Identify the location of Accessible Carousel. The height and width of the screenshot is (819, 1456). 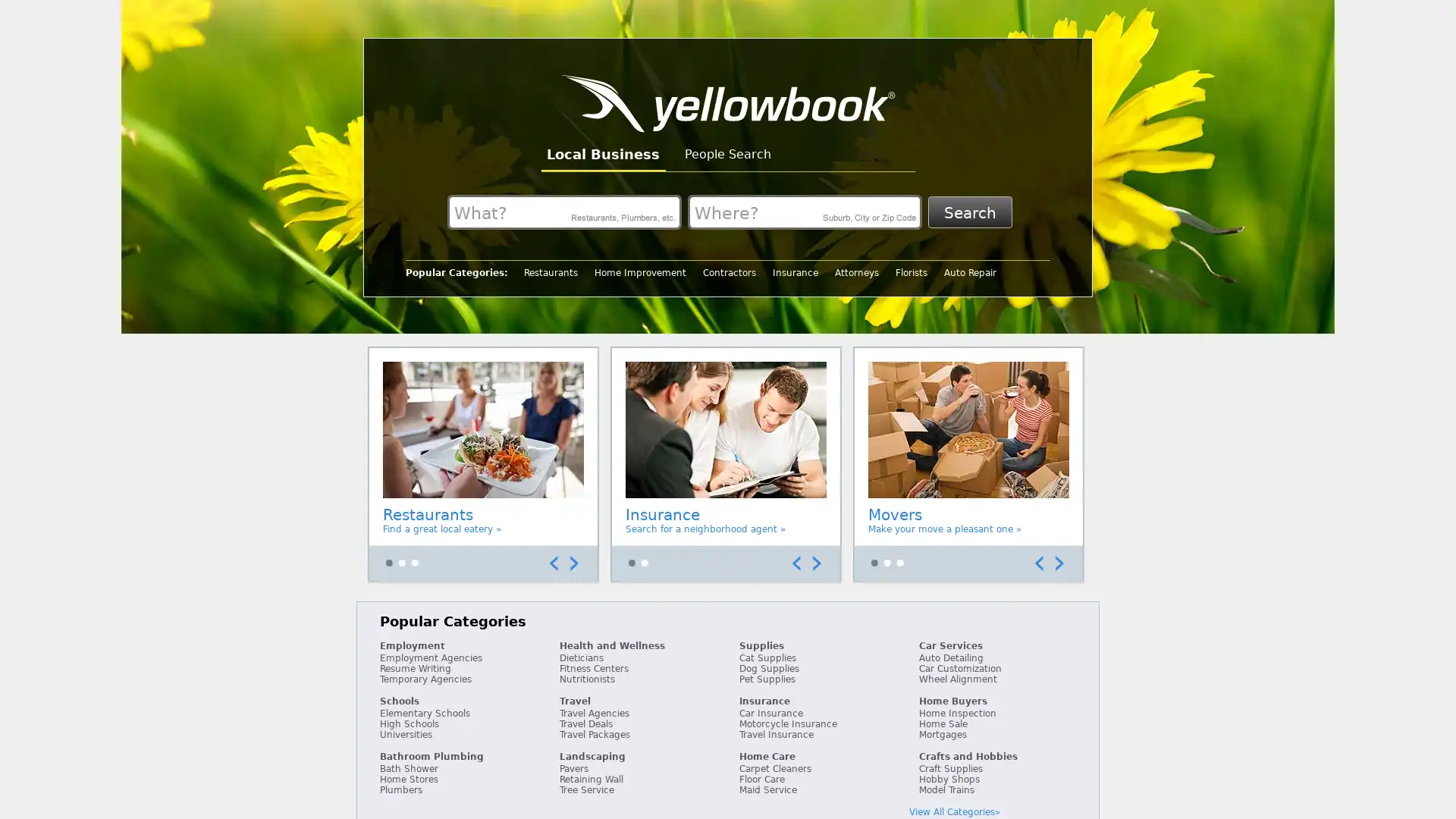
(855, 348).